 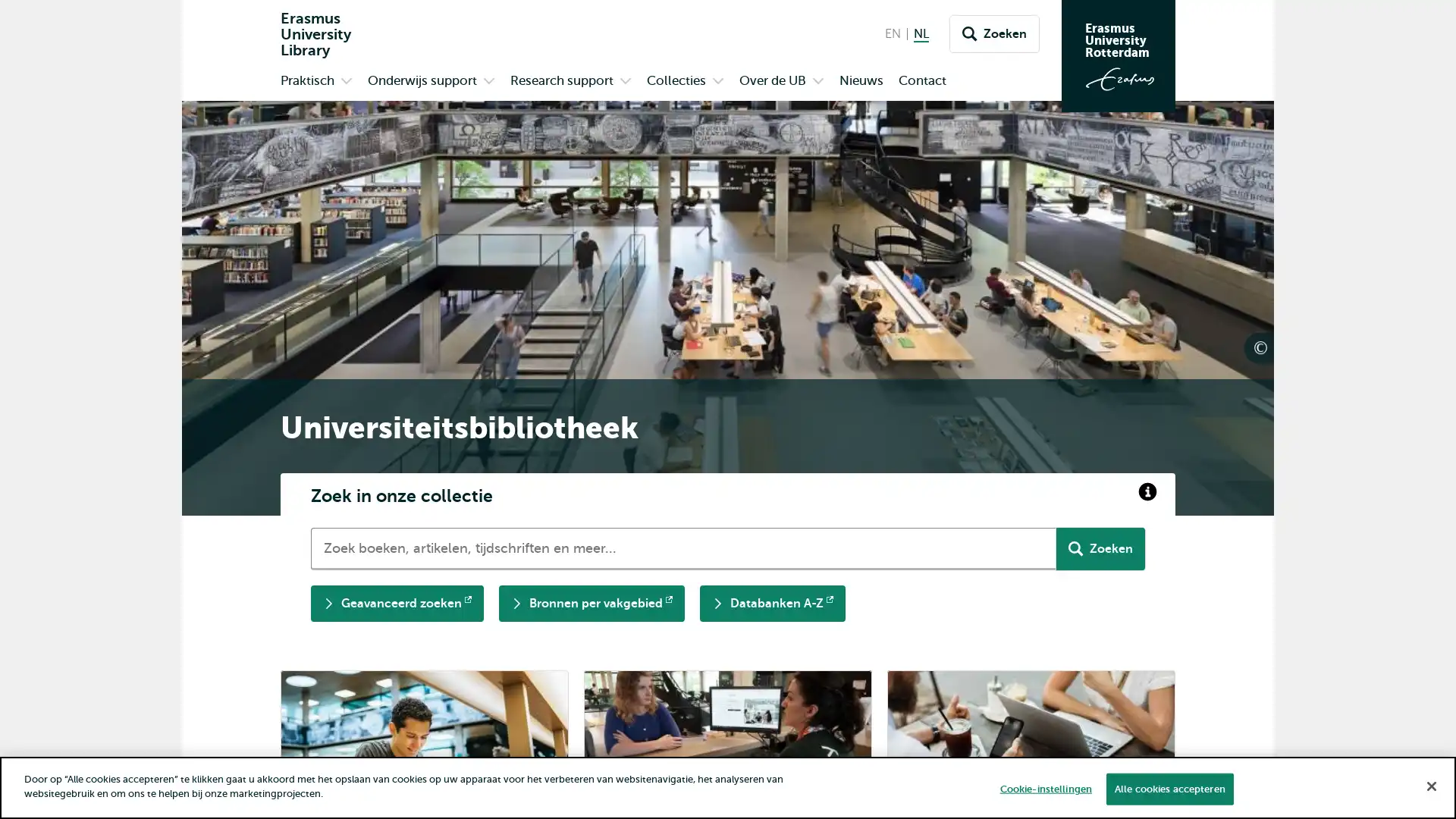 I want to click on Open submenu, so click(x=345, y=82).